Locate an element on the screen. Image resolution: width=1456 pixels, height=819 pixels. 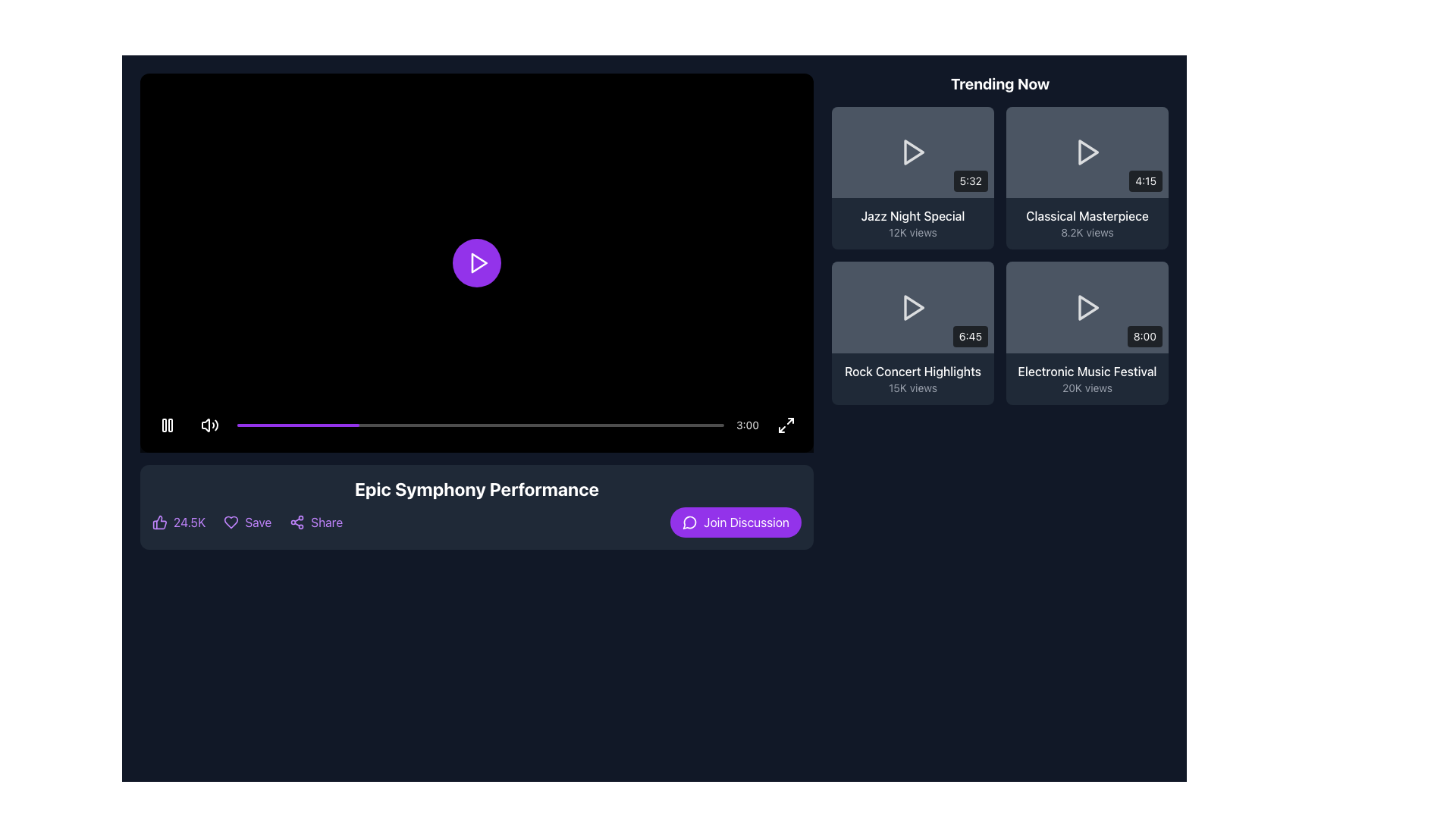
the dark rectangular button with a play icon and the label '8:00' in the bottom-right corner is located at coordinates (1087, 307).